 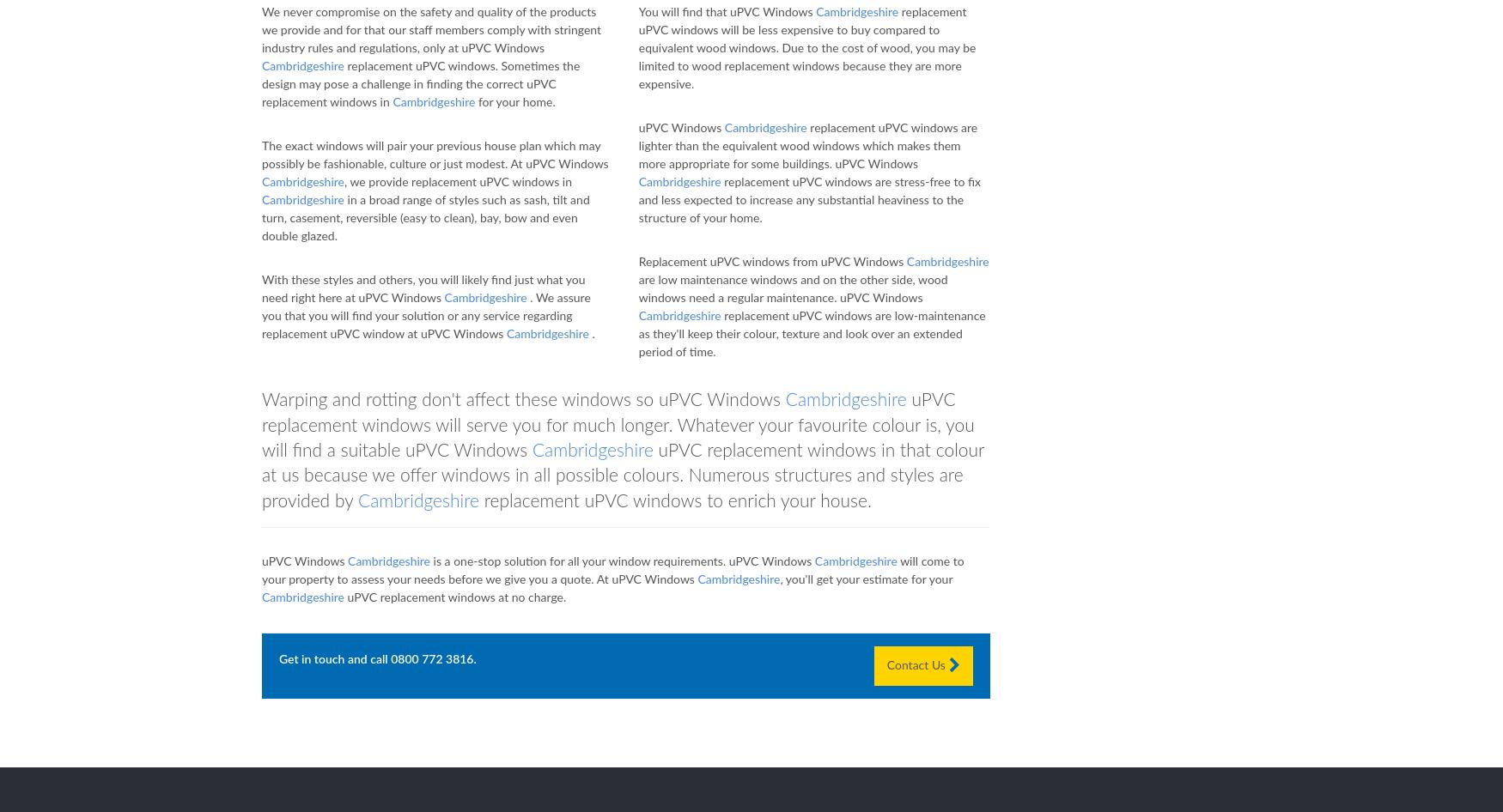 I want to click on '0800 772 3816', so click(x=430, y=659).